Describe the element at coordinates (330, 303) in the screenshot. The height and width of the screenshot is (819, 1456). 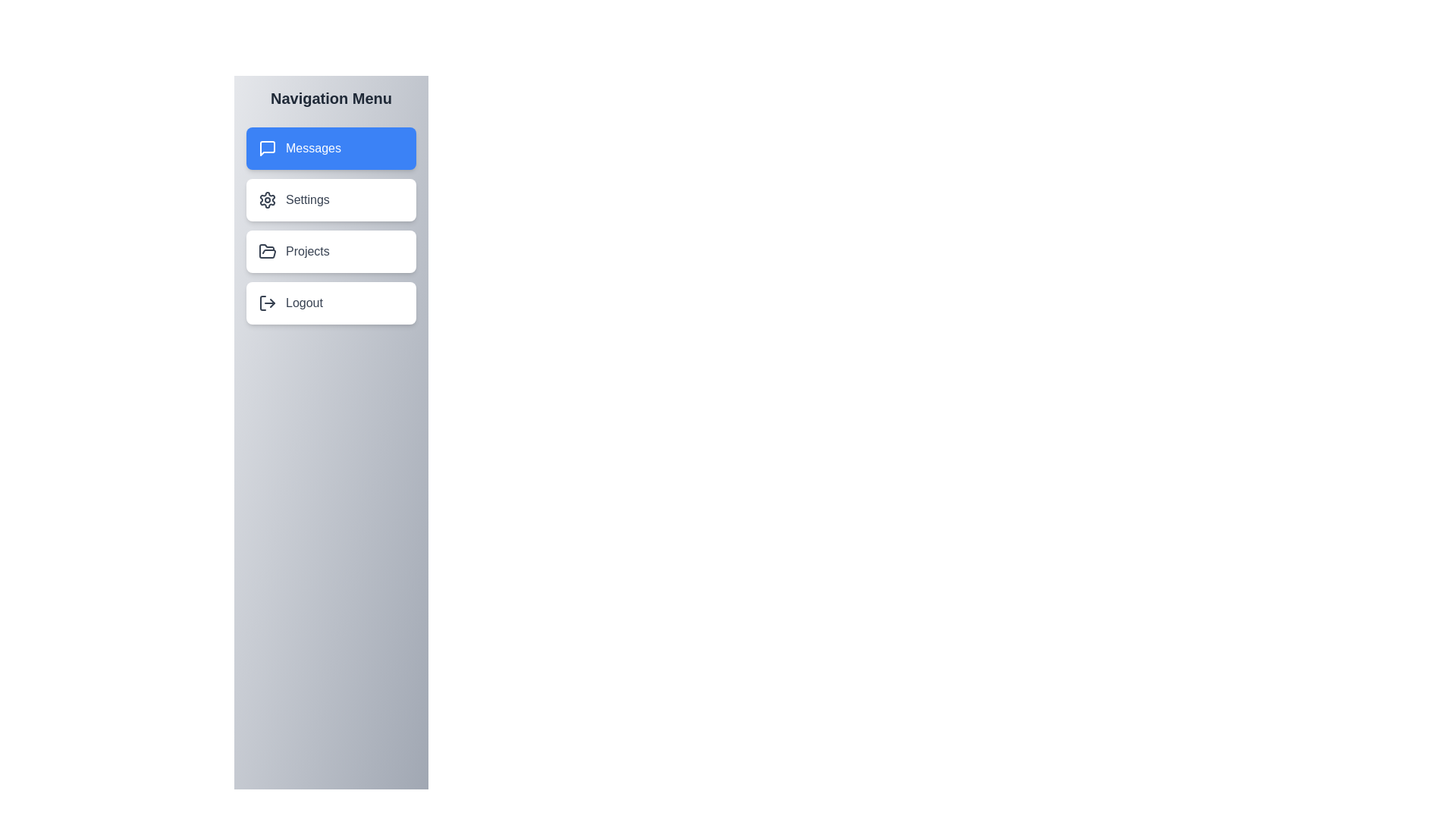
I see `the menu item Logout to navigate` at that location.